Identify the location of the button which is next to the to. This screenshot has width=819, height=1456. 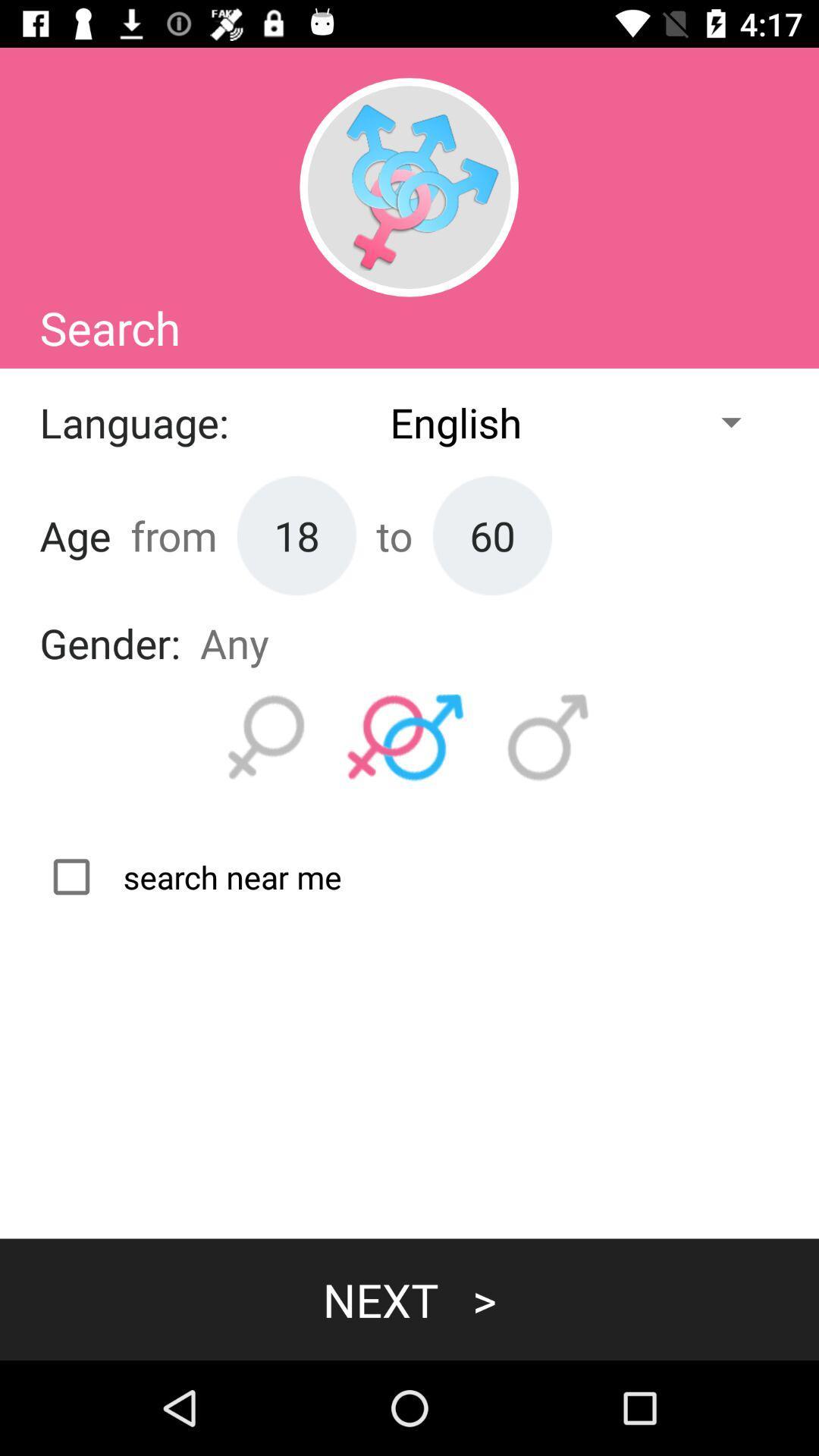
(492, 535).